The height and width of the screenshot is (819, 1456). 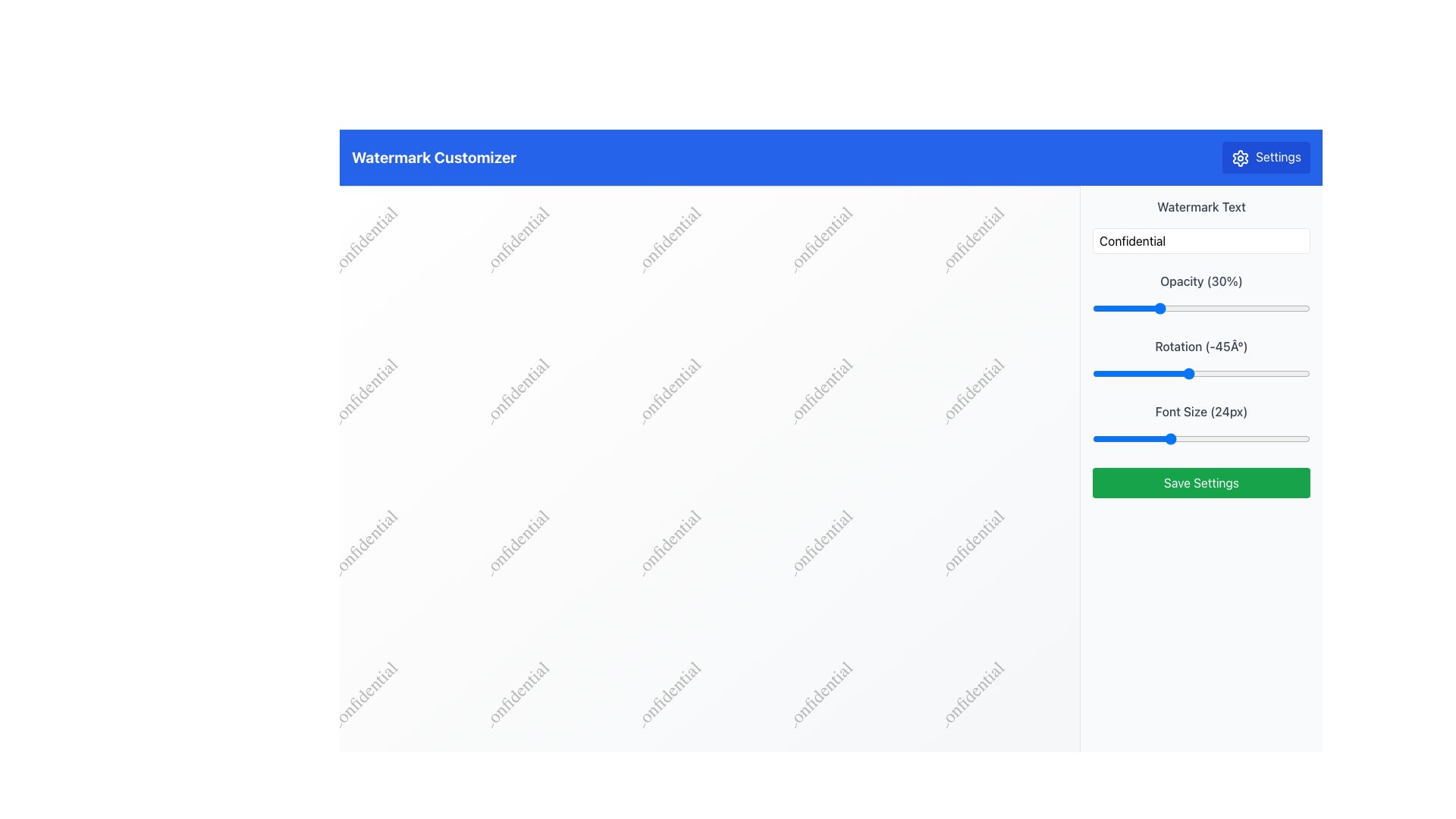 What do you see at coordinates (1167, 373) in the screenshot?
I see `rotation` at bounding box center [1167, 373].